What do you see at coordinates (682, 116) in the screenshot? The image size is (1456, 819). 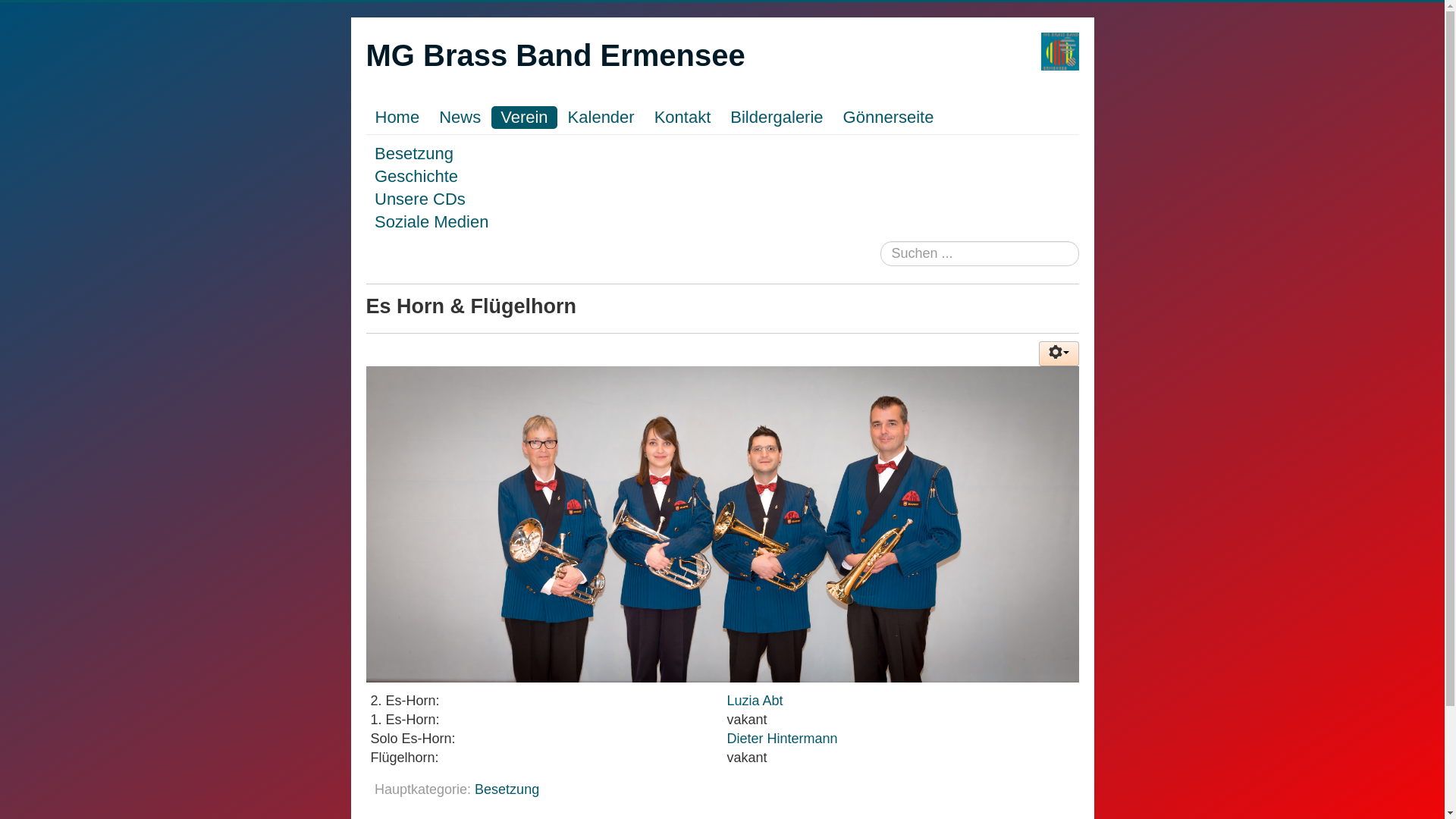 I see `'Kontakt'` at bounding box center [682, 116].